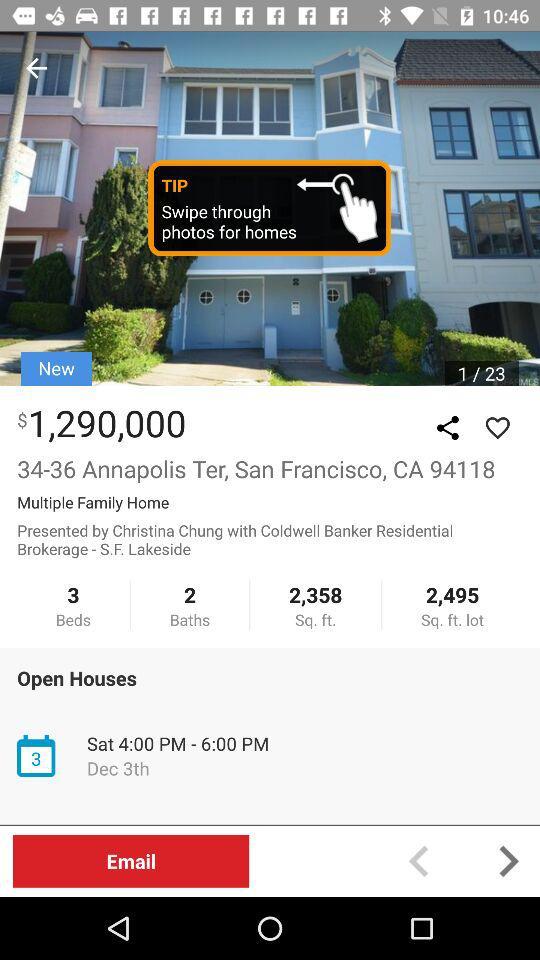 The width and height of the screenshot is (540, 960). What do you see at coordinates (508, 860) in the screenshot?
I see `the arrow_forward icon` at bounding box center [508, 860].